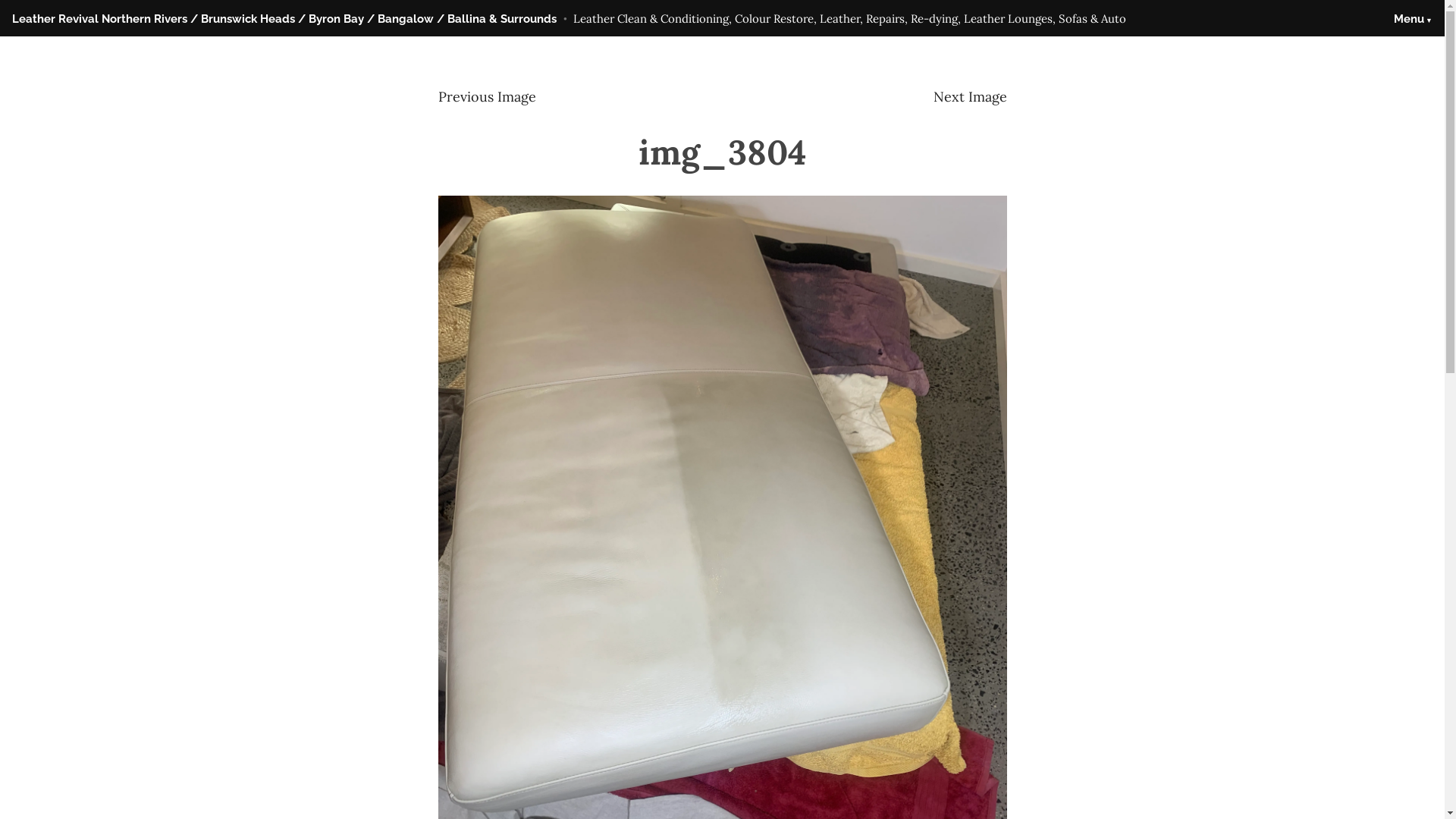  Describe the element at coordinates (1412, 19) in the screenshot. I see `'Menu'` at that location.